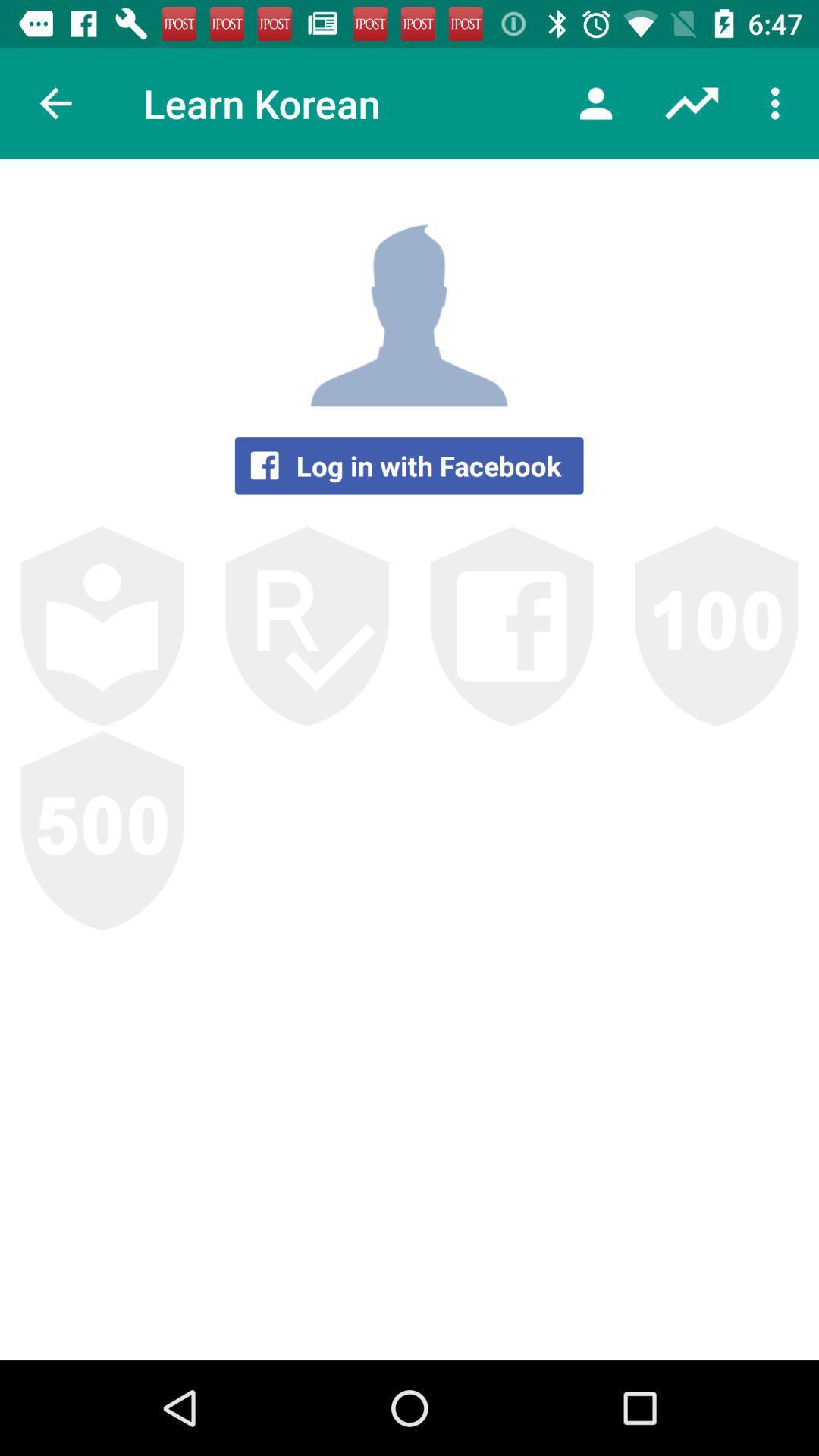 Image resolution: width=819 pixels, height=1456 pixels. I want to click on the icon next to the learn korean item, so click(595, 102).